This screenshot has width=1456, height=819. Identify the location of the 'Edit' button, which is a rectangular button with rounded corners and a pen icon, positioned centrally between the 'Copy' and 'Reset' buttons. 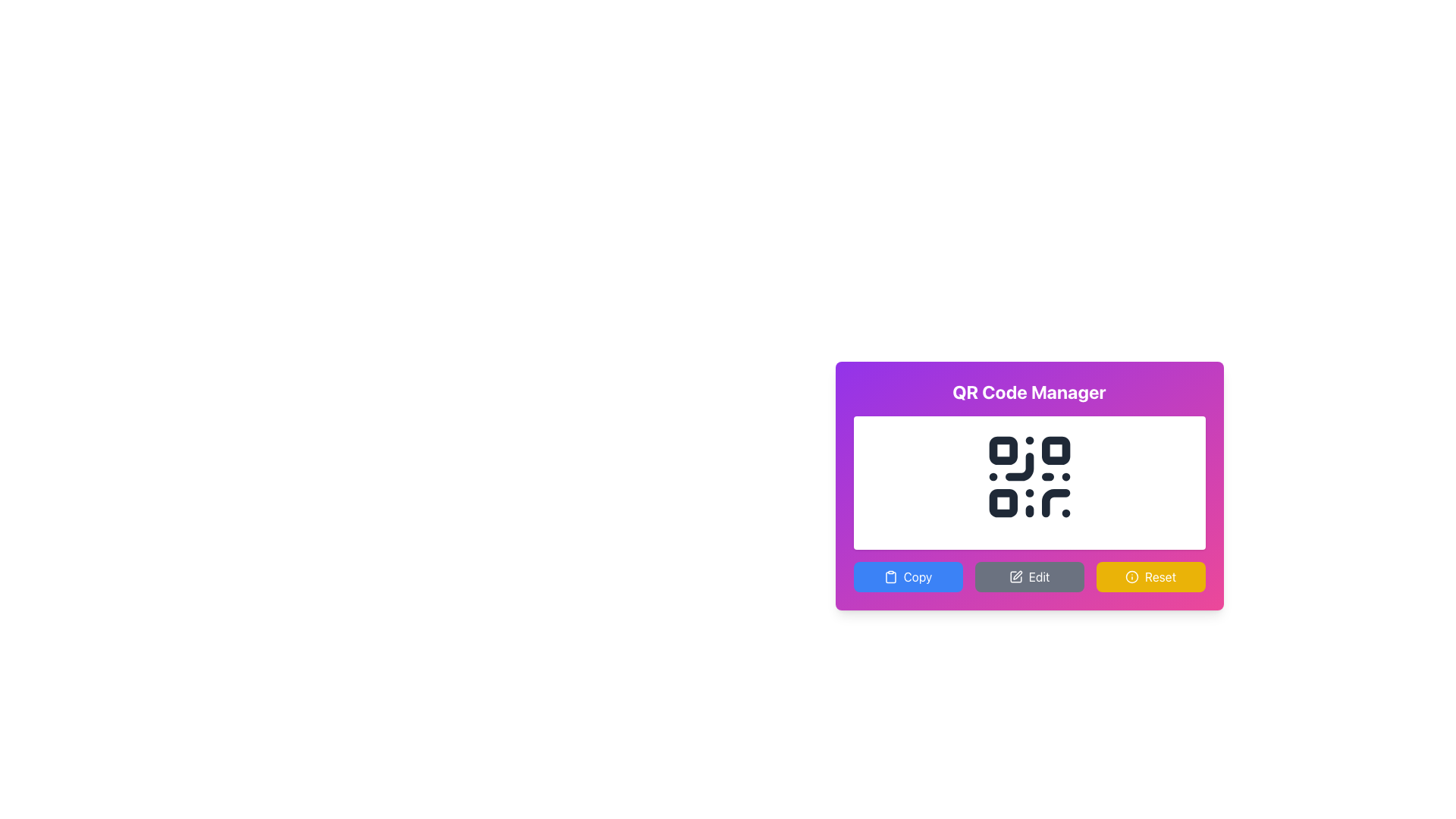
(1029, 576).